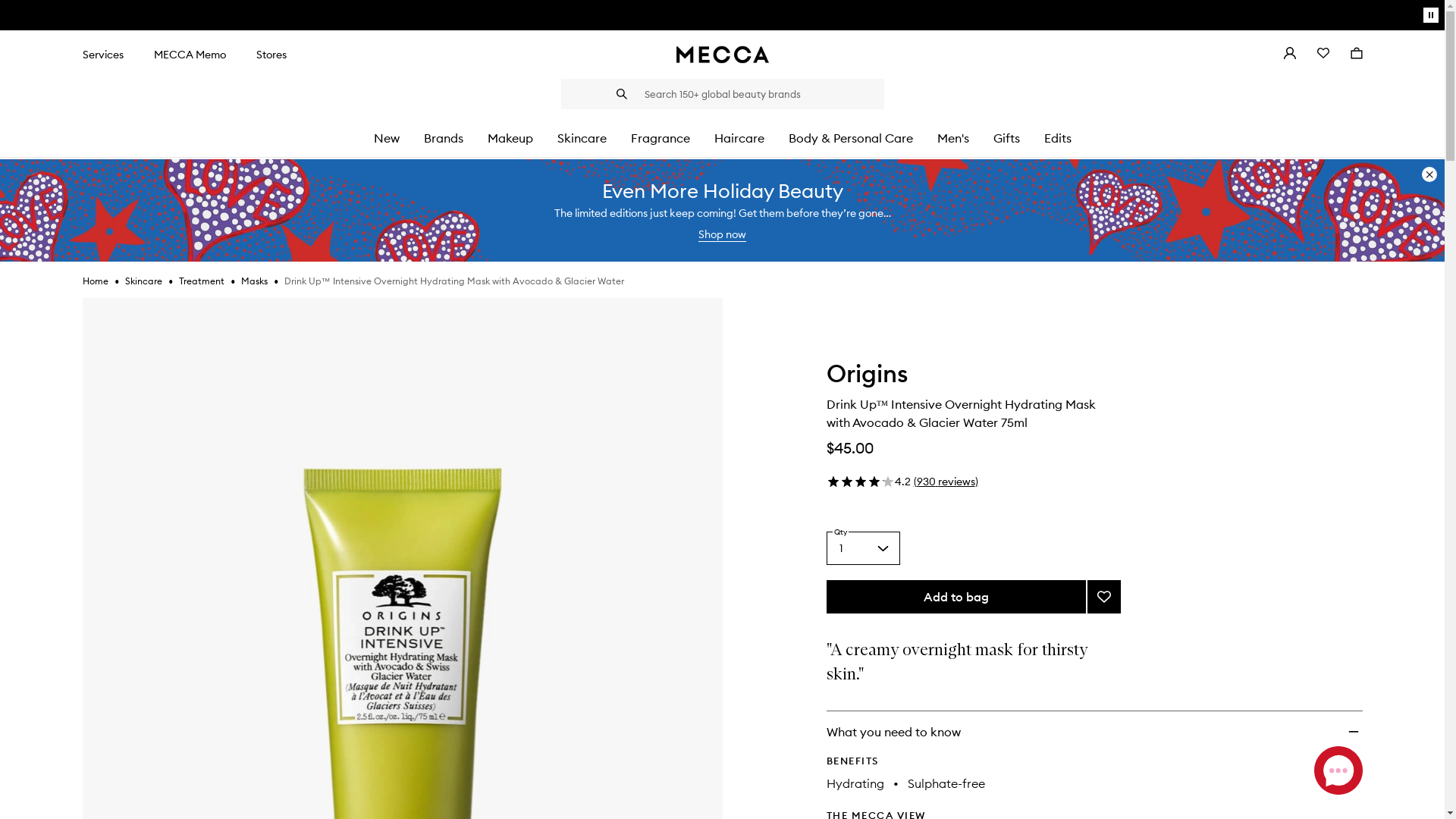 This screenshot has width=1456, height=819. What do you see at coordinates (825, 730) in the screenshot?
I see `'What you need to know'` at bounding box center [825, 730].